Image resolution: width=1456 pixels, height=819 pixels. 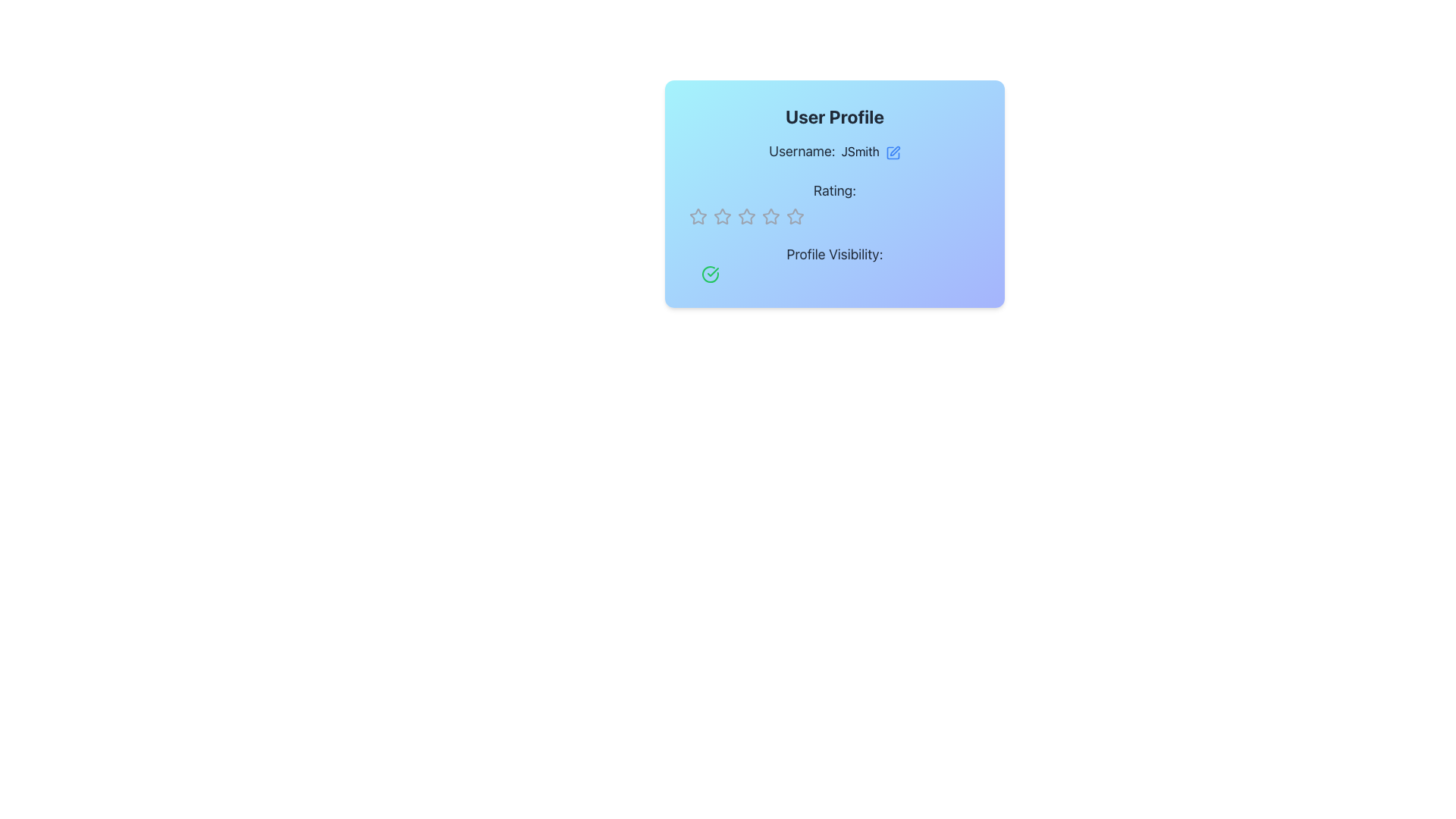 What do you see at coordinates (722, 216) in the screenshot?
I see `the second star-shaped rating icon, which is unselected and located under the 'Rating:' label in the 'User Profile' card interface` at bounding box center [722, 216].